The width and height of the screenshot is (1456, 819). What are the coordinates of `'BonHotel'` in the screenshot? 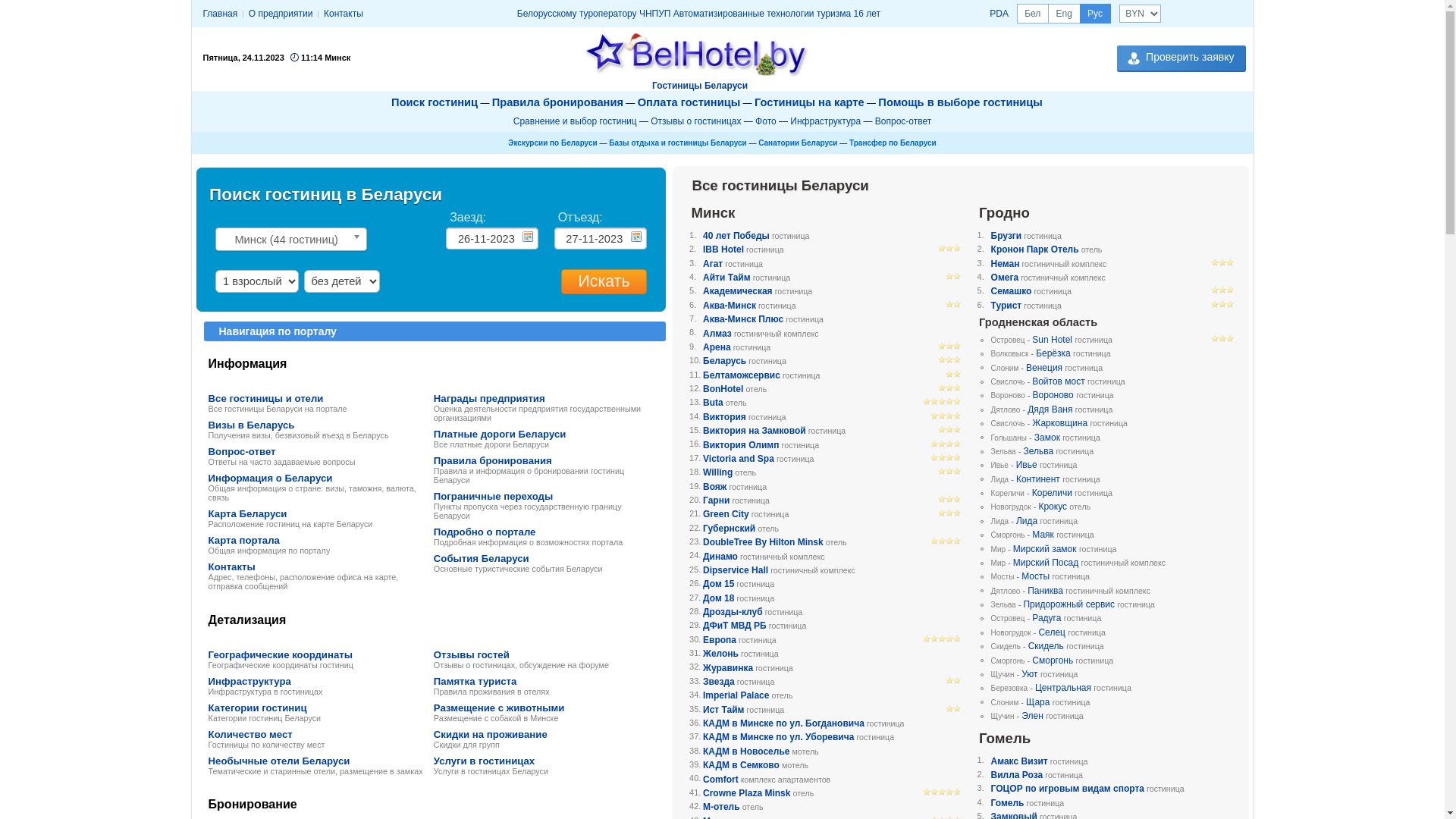 It's located at (701, 388).